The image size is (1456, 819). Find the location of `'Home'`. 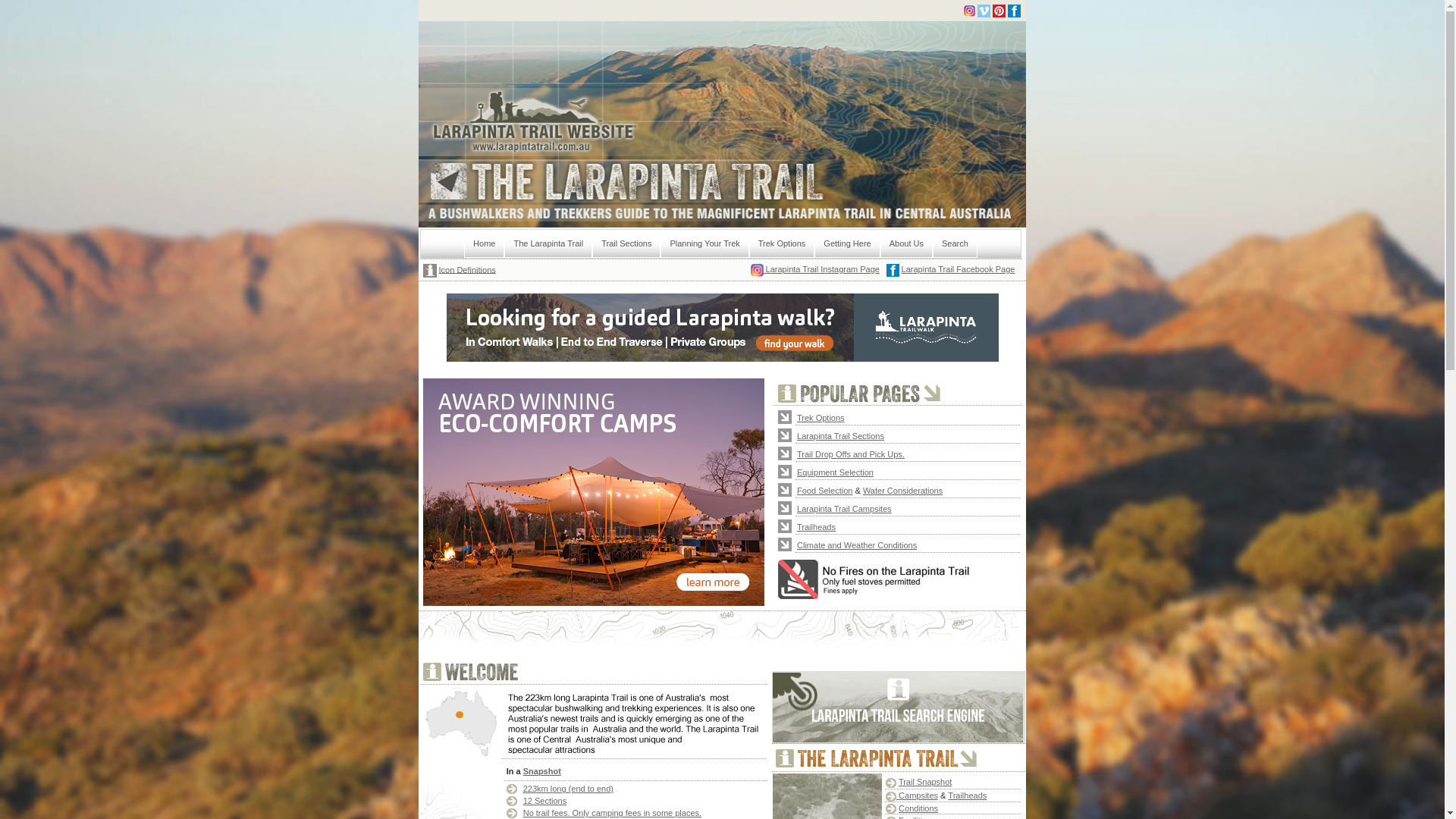

'Home' is located at coordinates (463, 243).